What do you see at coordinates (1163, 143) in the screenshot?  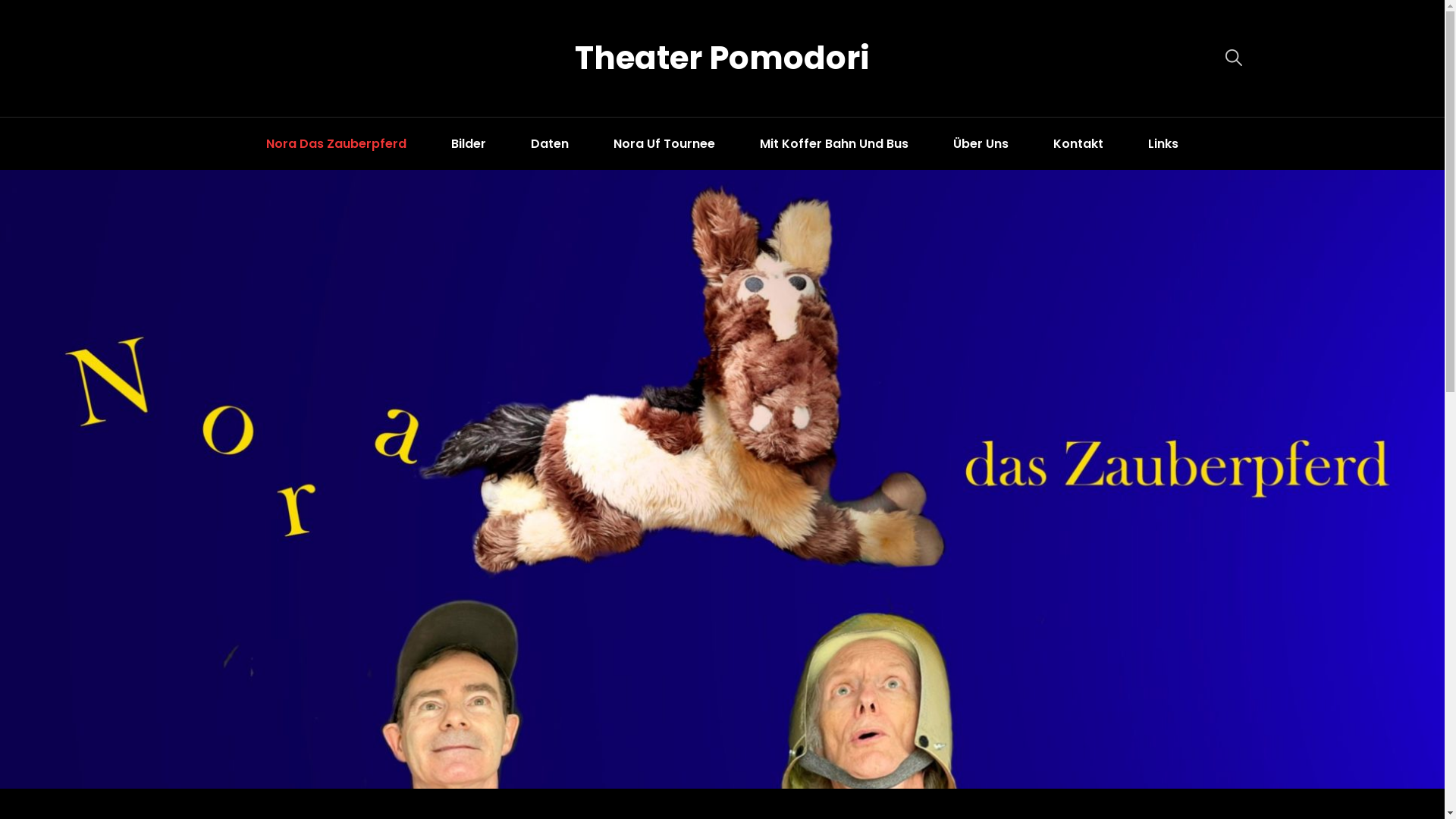 I see `'Links'` at bounding box center [1163, 143].